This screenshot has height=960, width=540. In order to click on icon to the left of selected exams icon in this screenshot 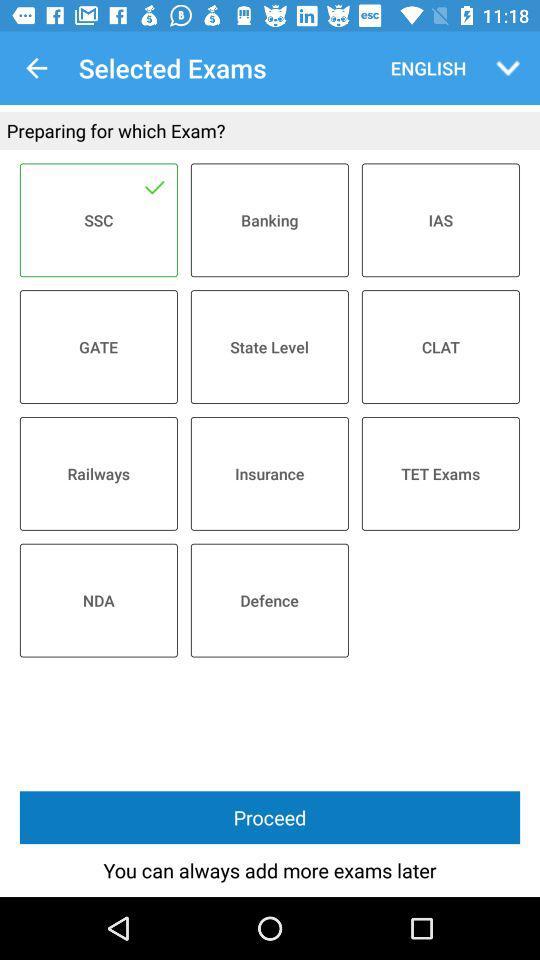, I will do `click(36, 68)`.